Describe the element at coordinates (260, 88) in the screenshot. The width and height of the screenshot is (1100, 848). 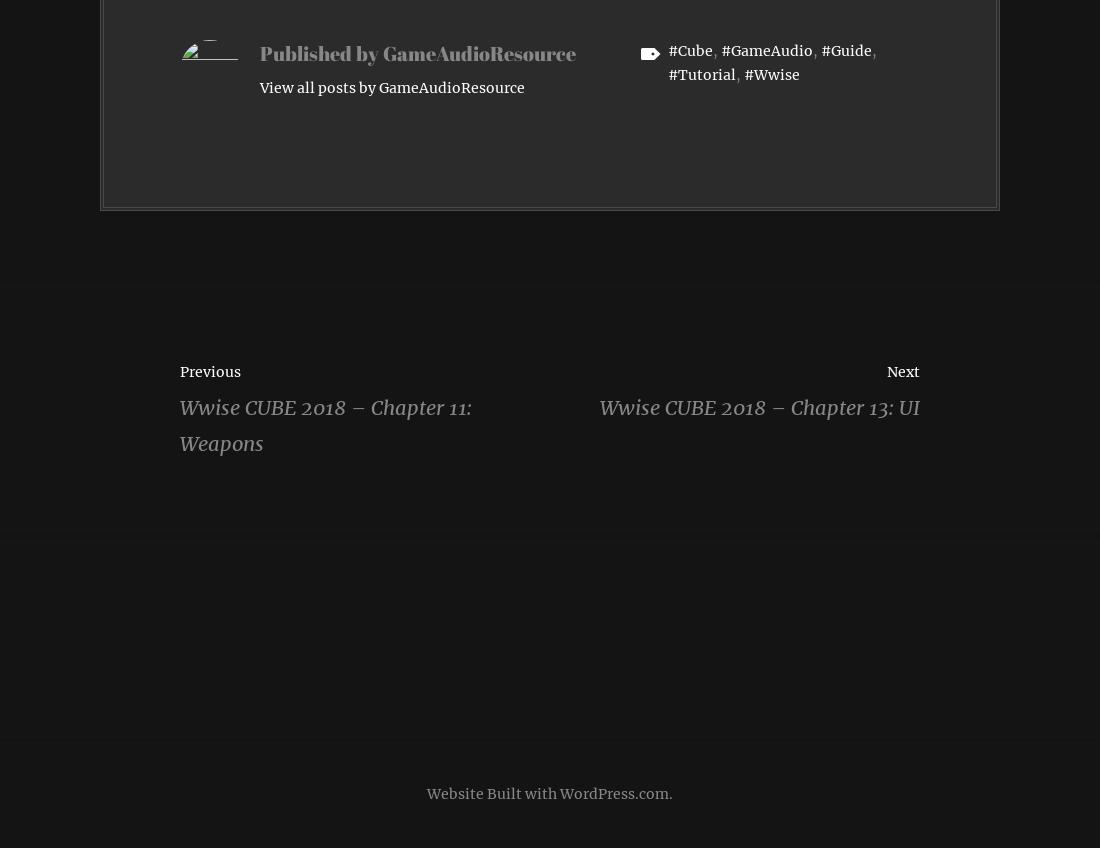
I see `'View all posts by GameAudioResource'` at that location.